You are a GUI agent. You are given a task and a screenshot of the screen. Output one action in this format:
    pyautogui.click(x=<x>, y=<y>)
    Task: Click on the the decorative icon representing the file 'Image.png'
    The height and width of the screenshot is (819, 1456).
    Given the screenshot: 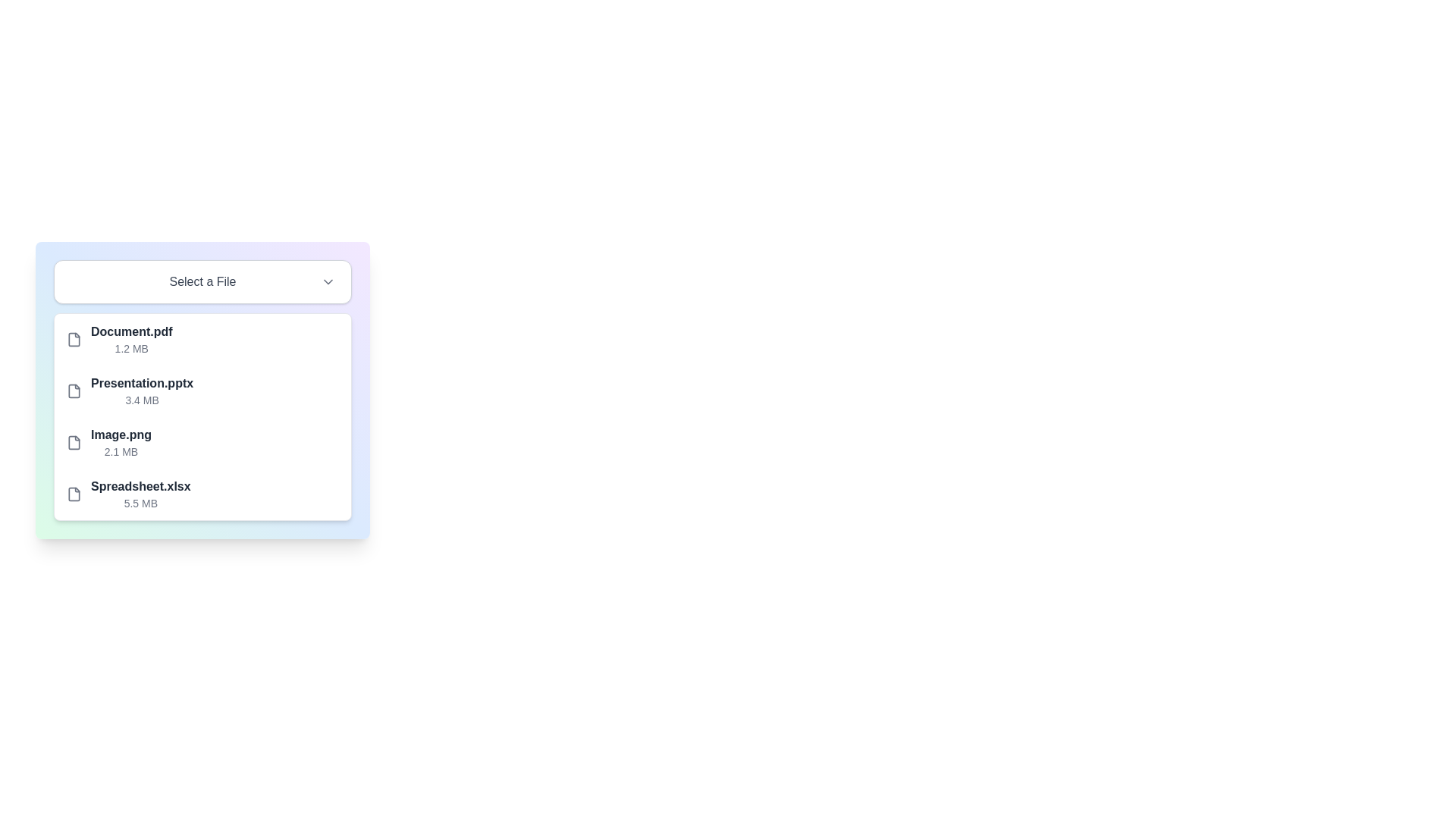 What is the action you would take?
    pyautogui.click(x=73, y=442)
    